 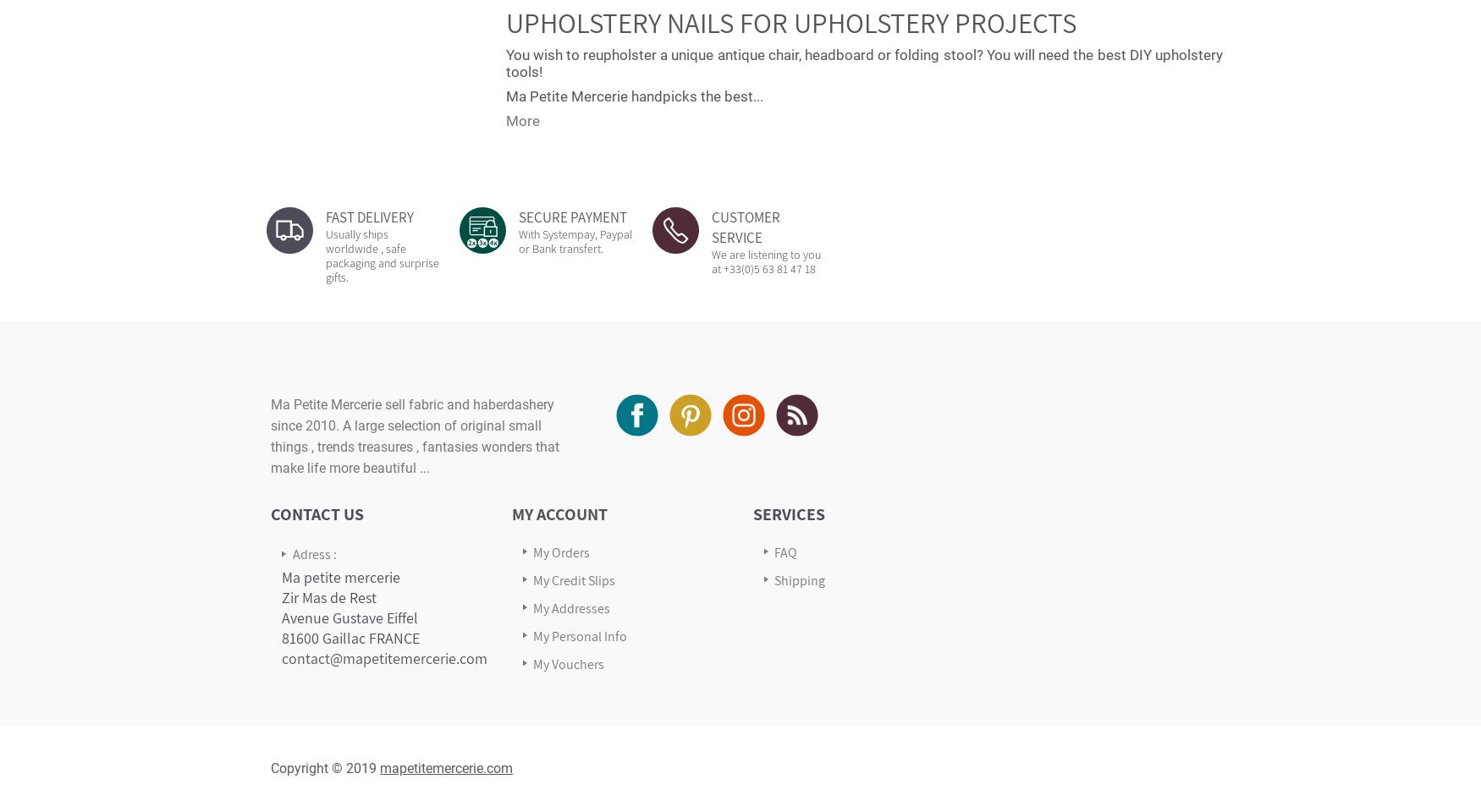 I want to click on 'Zir Mas de Rest', so click(x=328, y=596).